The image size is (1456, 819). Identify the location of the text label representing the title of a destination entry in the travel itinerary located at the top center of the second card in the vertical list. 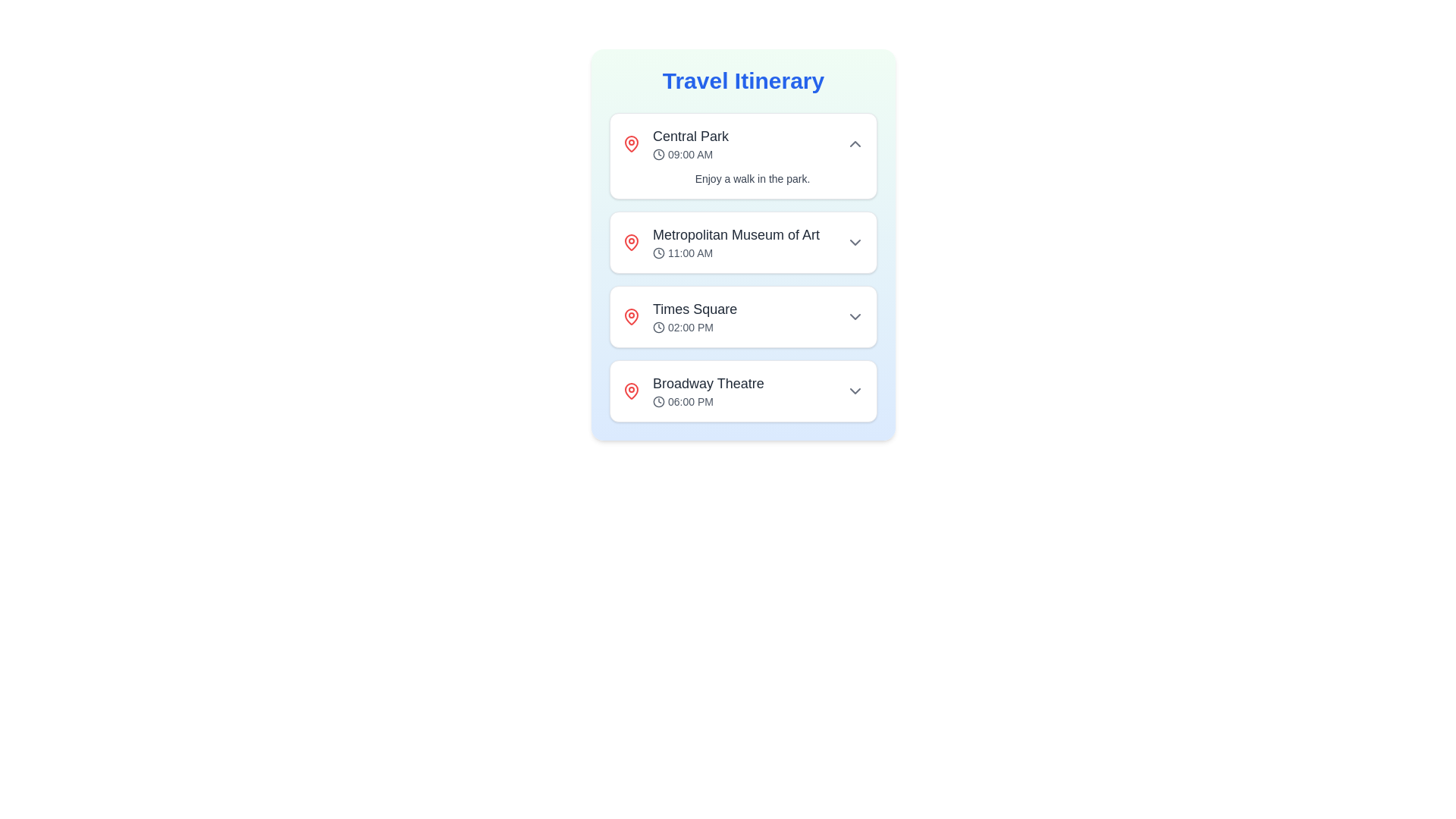
(736, 234).